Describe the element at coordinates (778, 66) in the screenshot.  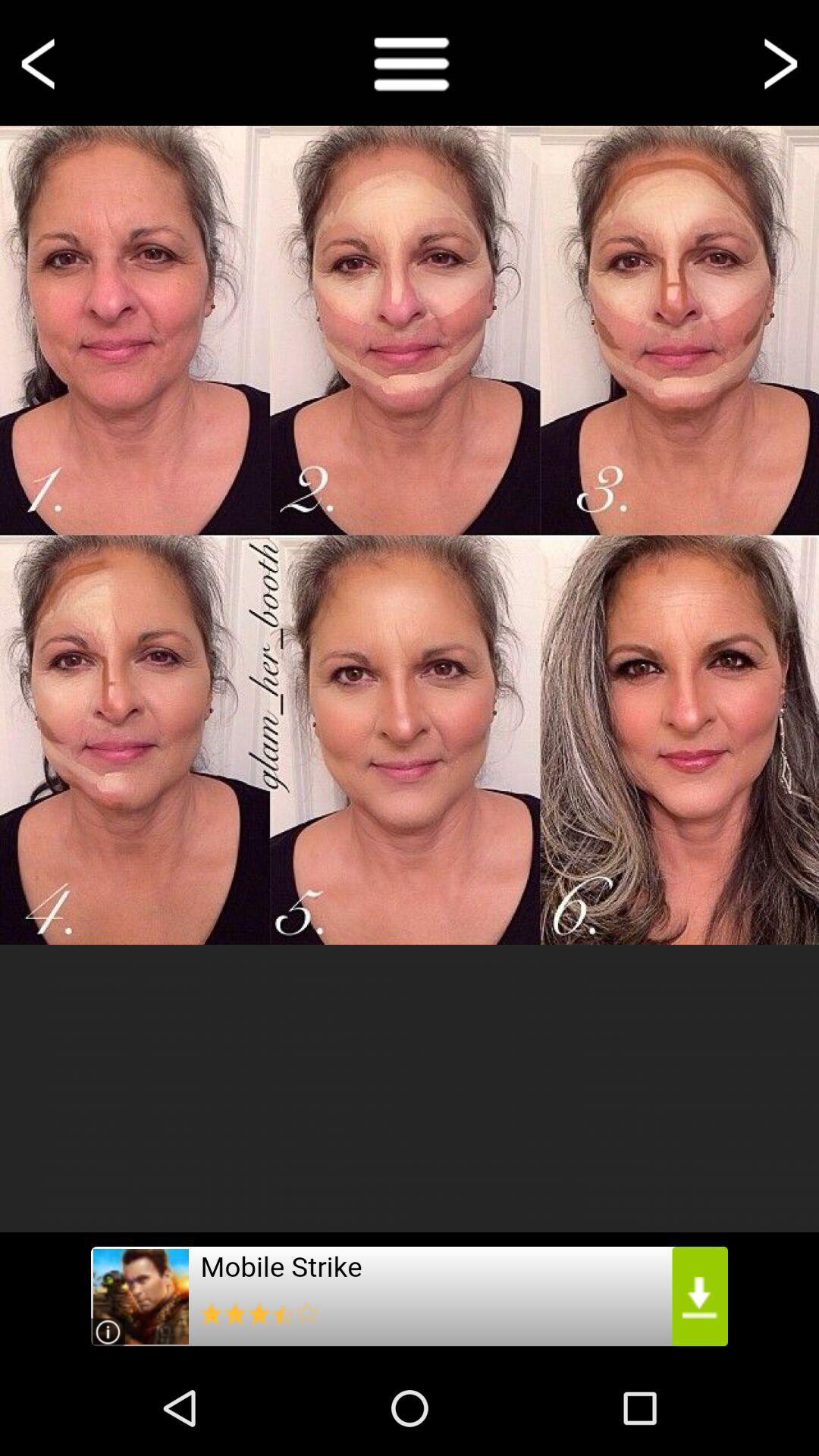
I see `the arrow_forward icon` at that location.